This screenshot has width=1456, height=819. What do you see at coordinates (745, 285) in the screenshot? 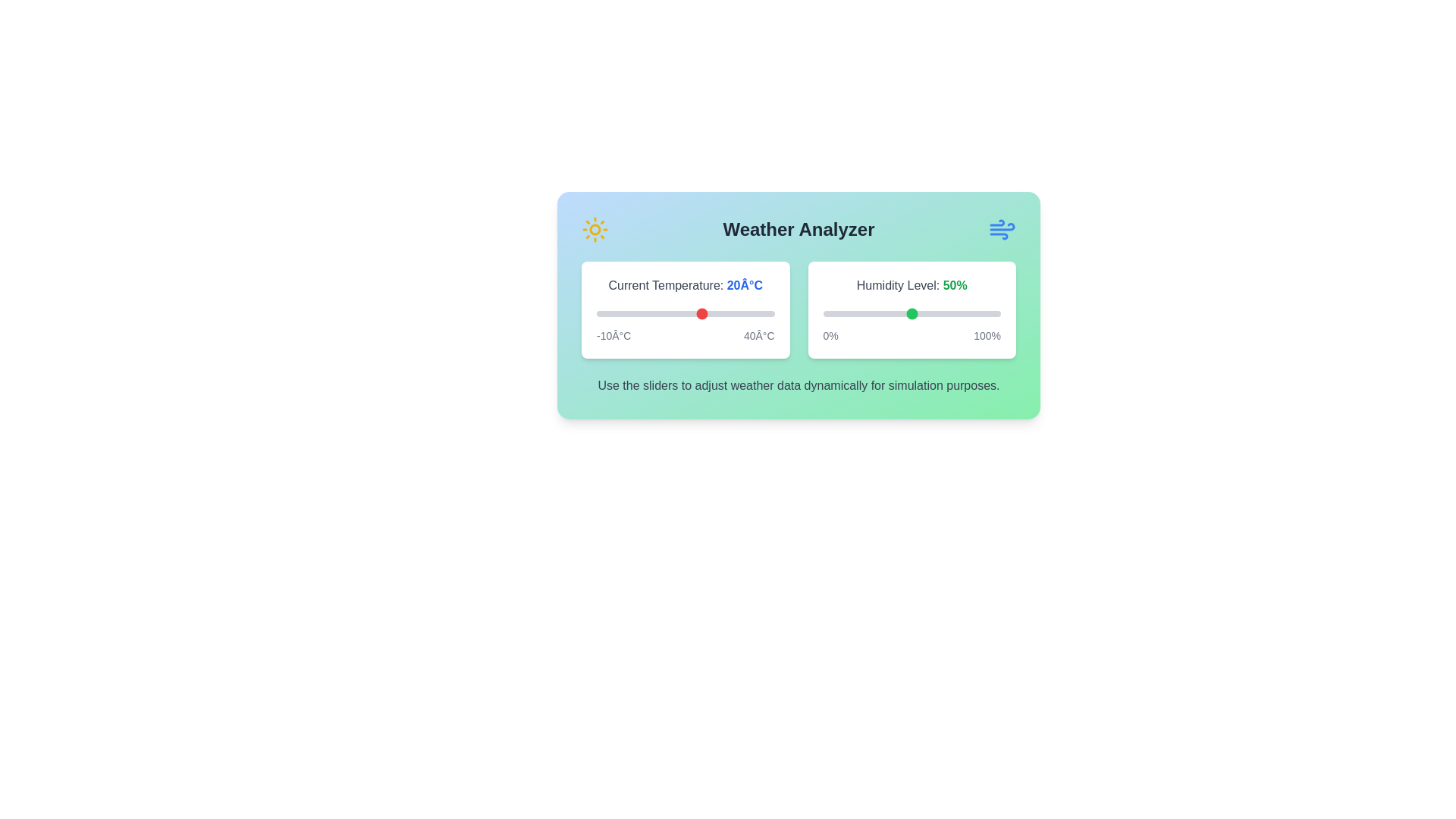
I see `the temperature value text` at bounding box center [745, 285].